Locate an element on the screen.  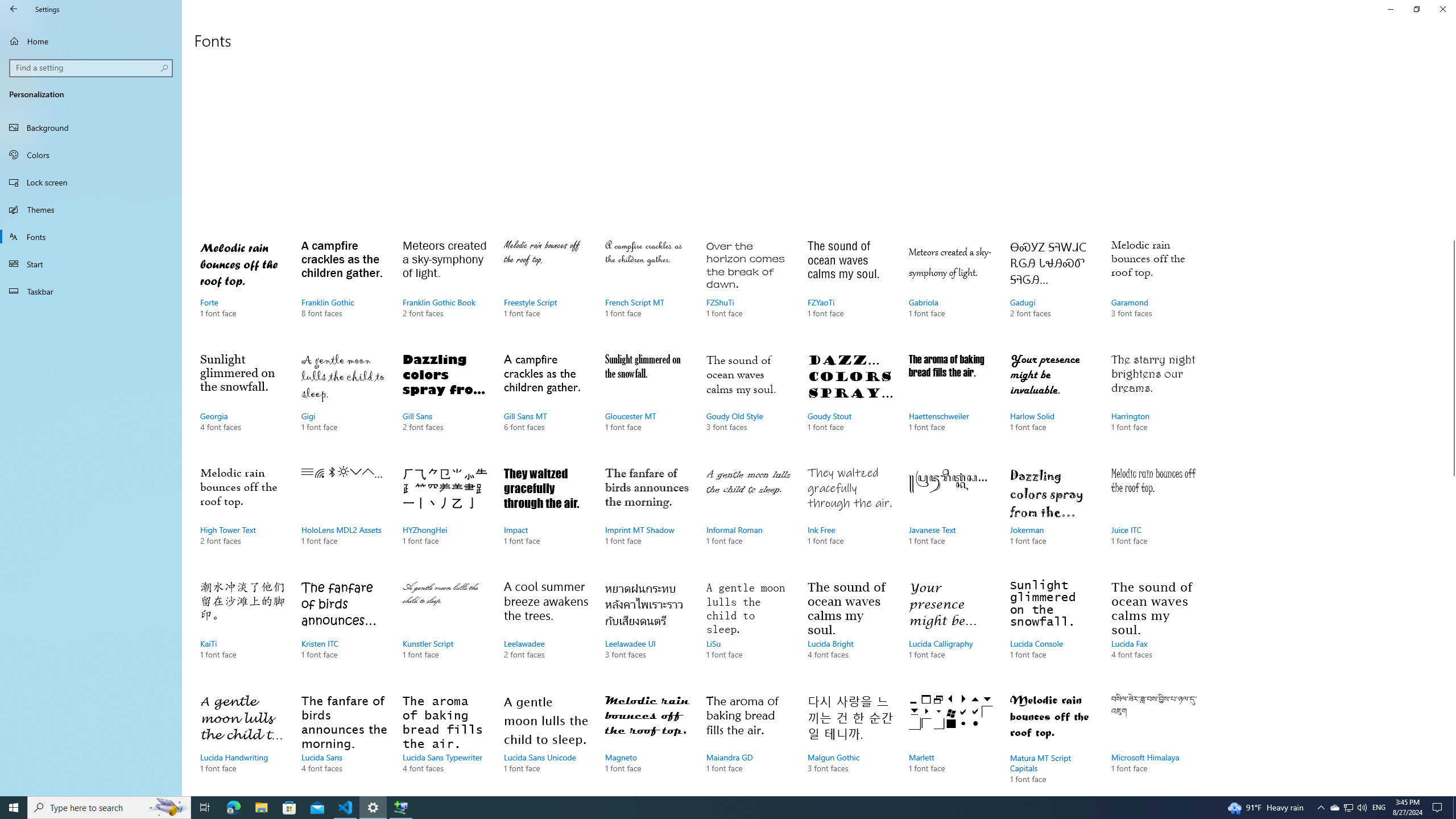
'Leelawadee UI, 3 font faces' is located at coordinates (647, 630).